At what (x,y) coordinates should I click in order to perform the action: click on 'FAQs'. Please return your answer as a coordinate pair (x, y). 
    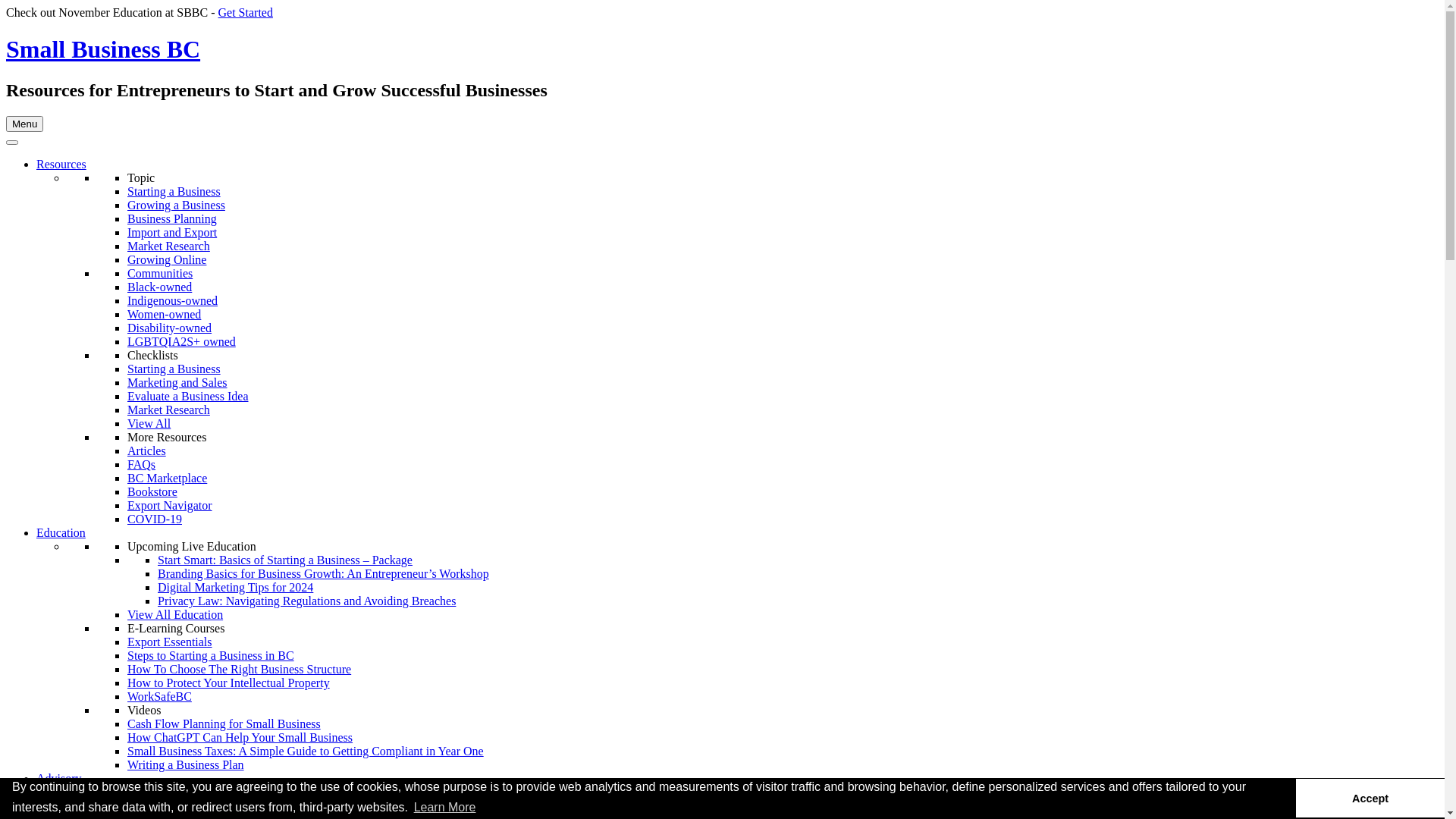
    Looking at the image, I should click on (141, 463).